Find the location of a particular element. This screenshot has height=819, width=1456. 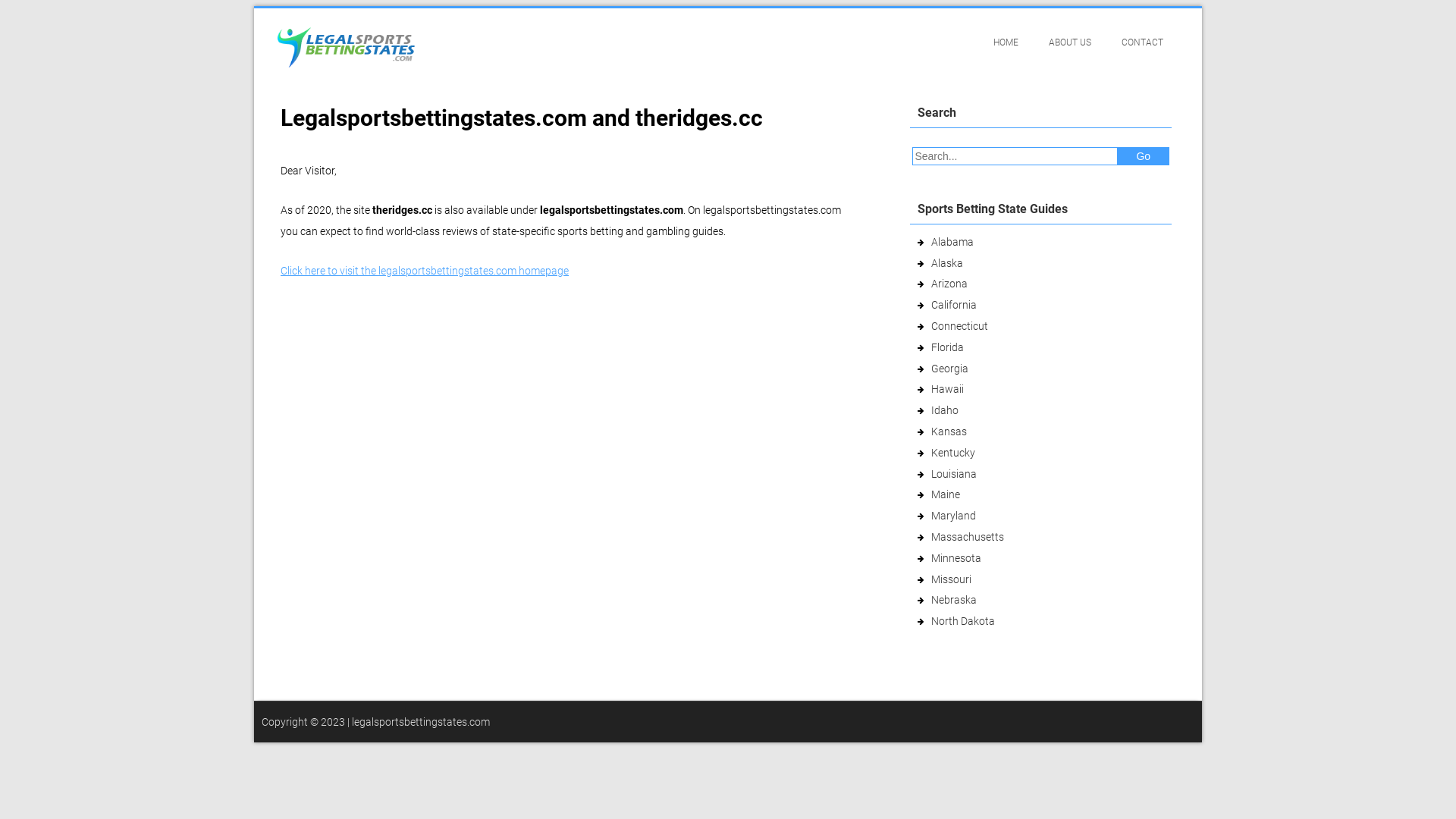

'Missouri' is located at coordinates (950, 579).